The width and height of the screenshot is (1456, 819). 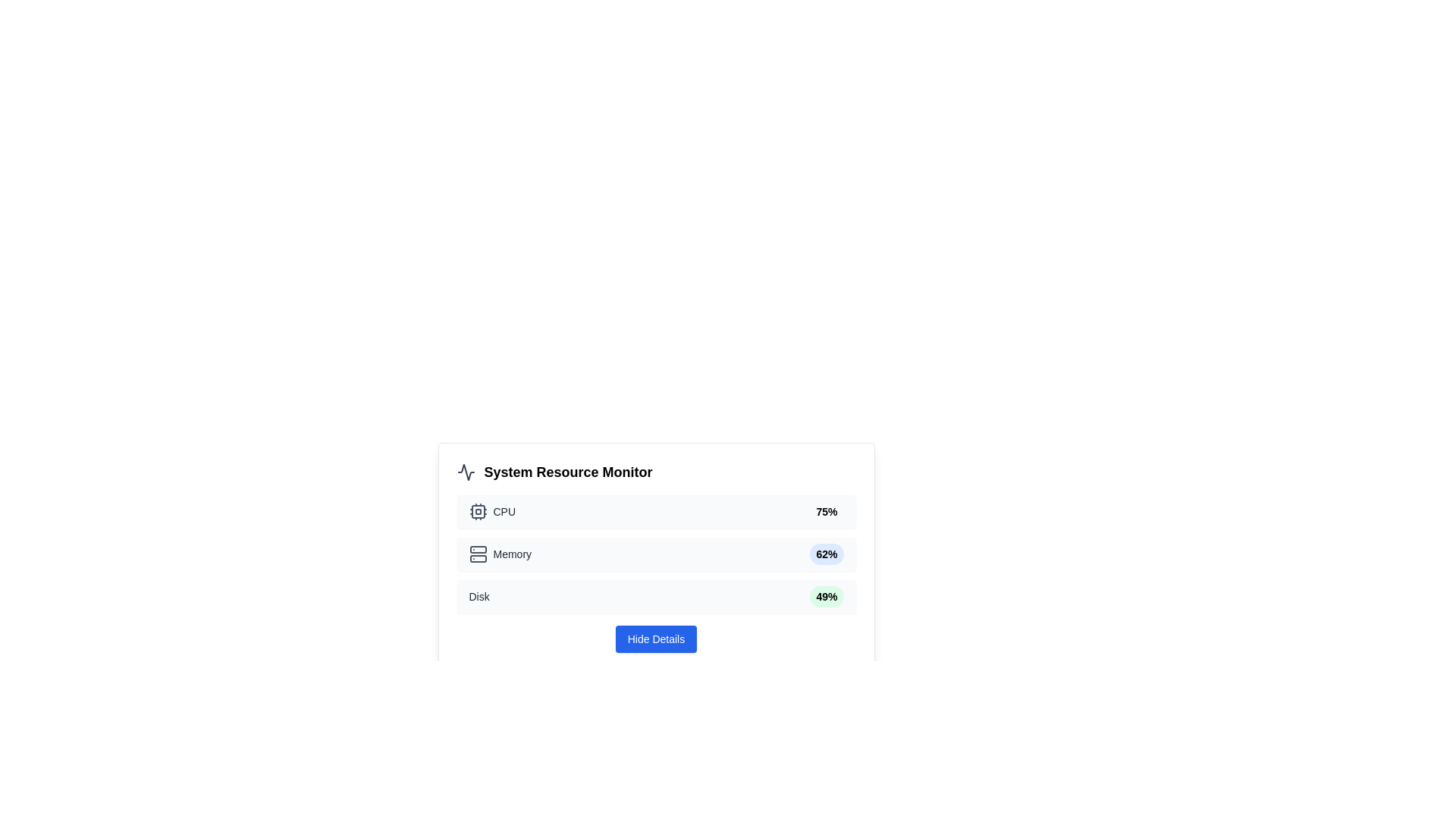 I want to click on the rounded badge with a light blue background and the text '62%' in bold dark blue color located in the 'Memory' section of the resource monitor, so click(x=826, y=554).